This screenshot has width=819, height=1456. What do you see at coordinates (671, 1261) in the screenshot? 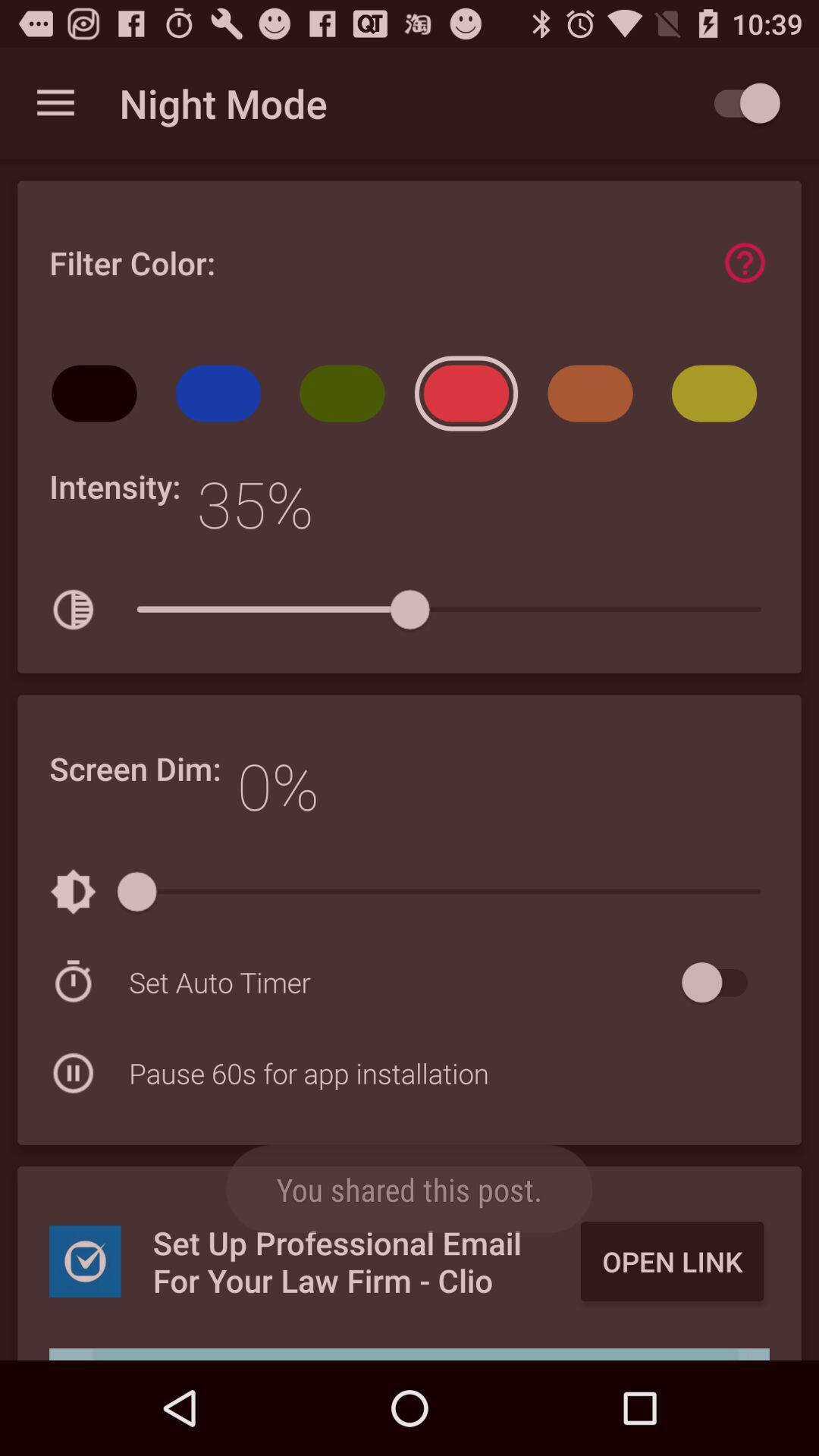
I see `open link at bottom right corner` at bounding box center [671, 1261].